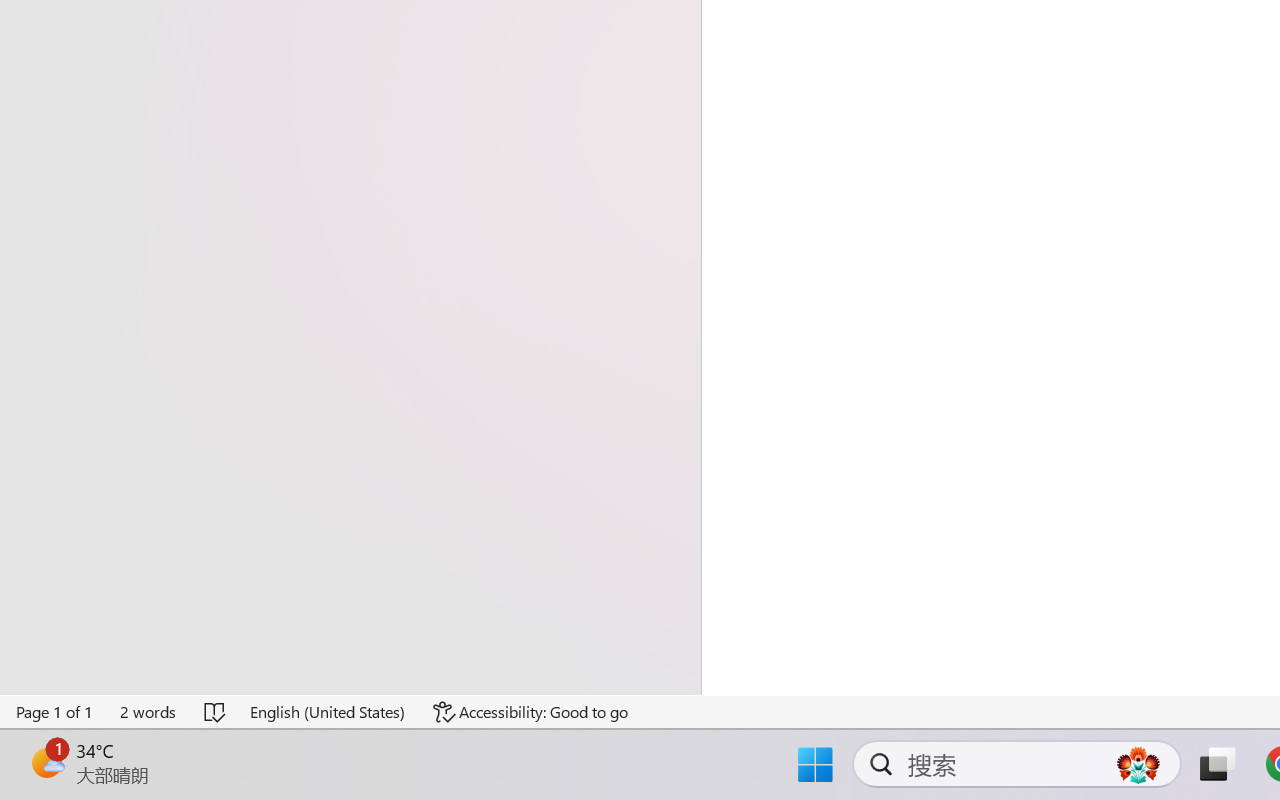  What do you see at coordinates (55, 711) in the screenshot?
I see `'Page Number Page 1 of 1'` at bounding box center [55, 711].